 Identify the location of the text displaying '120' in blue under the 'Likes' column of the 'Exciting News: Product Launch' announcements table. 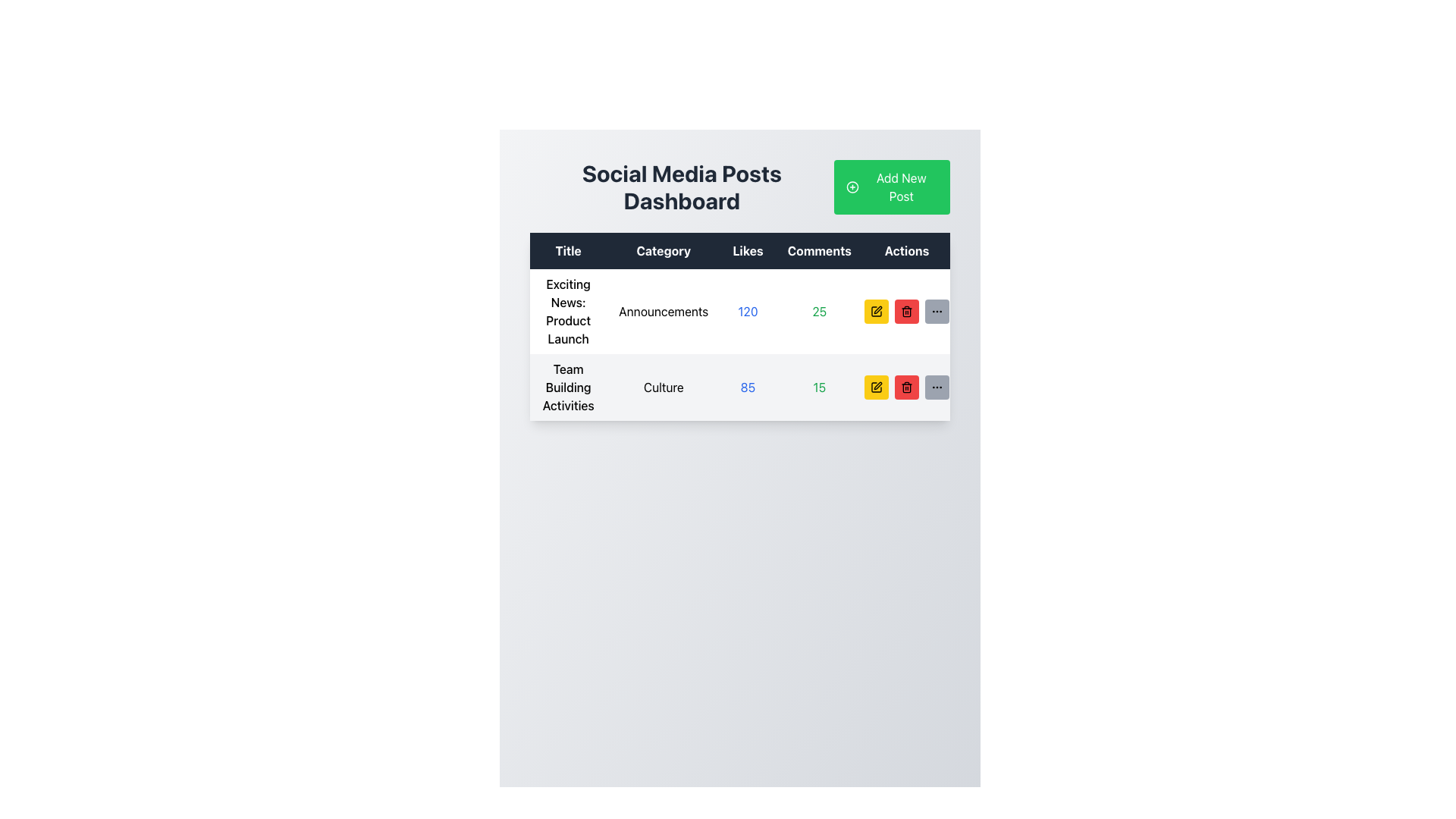
(748, 311).